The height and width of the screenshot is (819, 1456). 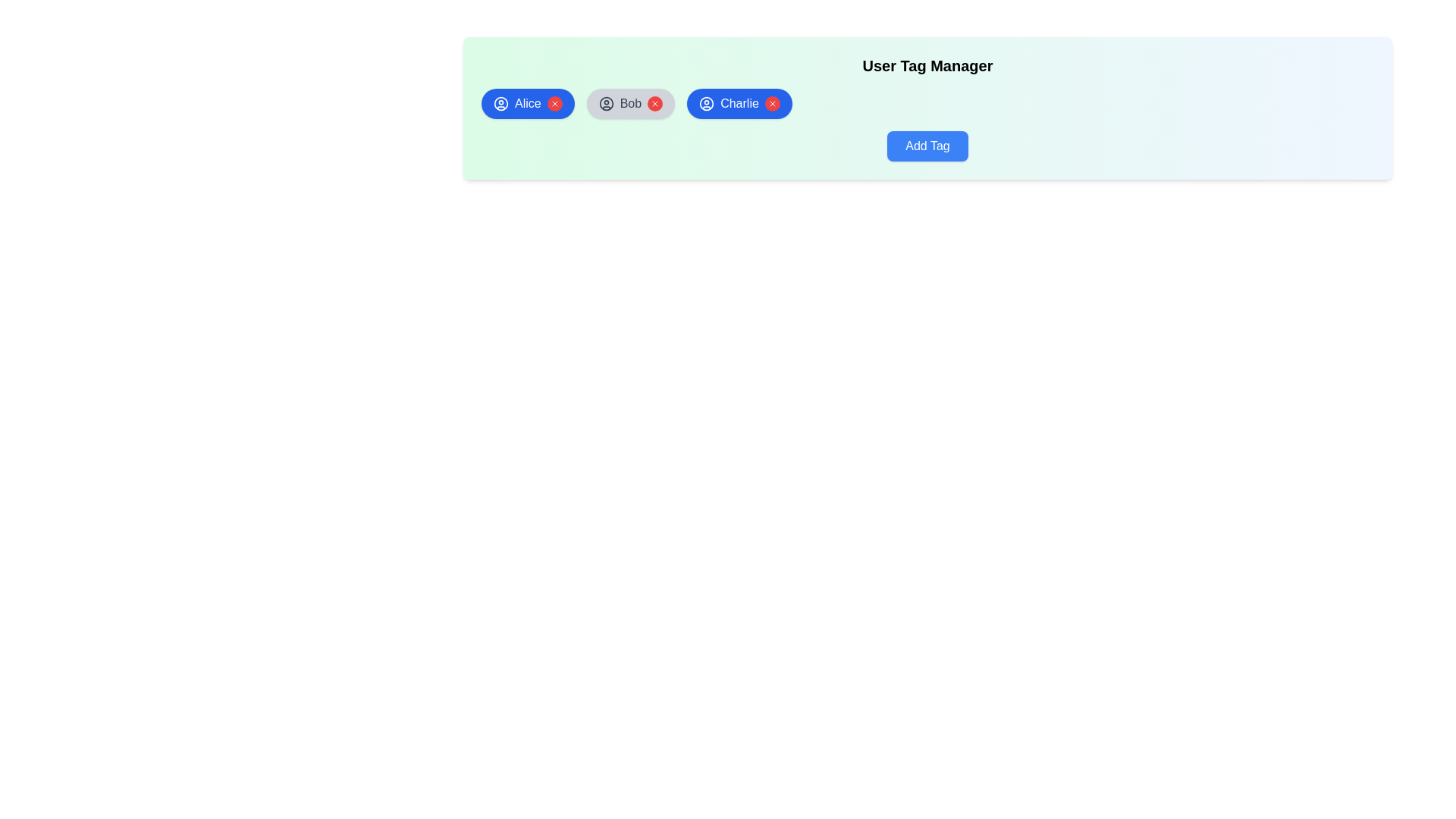 What do you see at coordinates (655, 103) in the screenshot?
I see `red 'X' button to remove the tag named Bob` at bounding box center [655, 103].